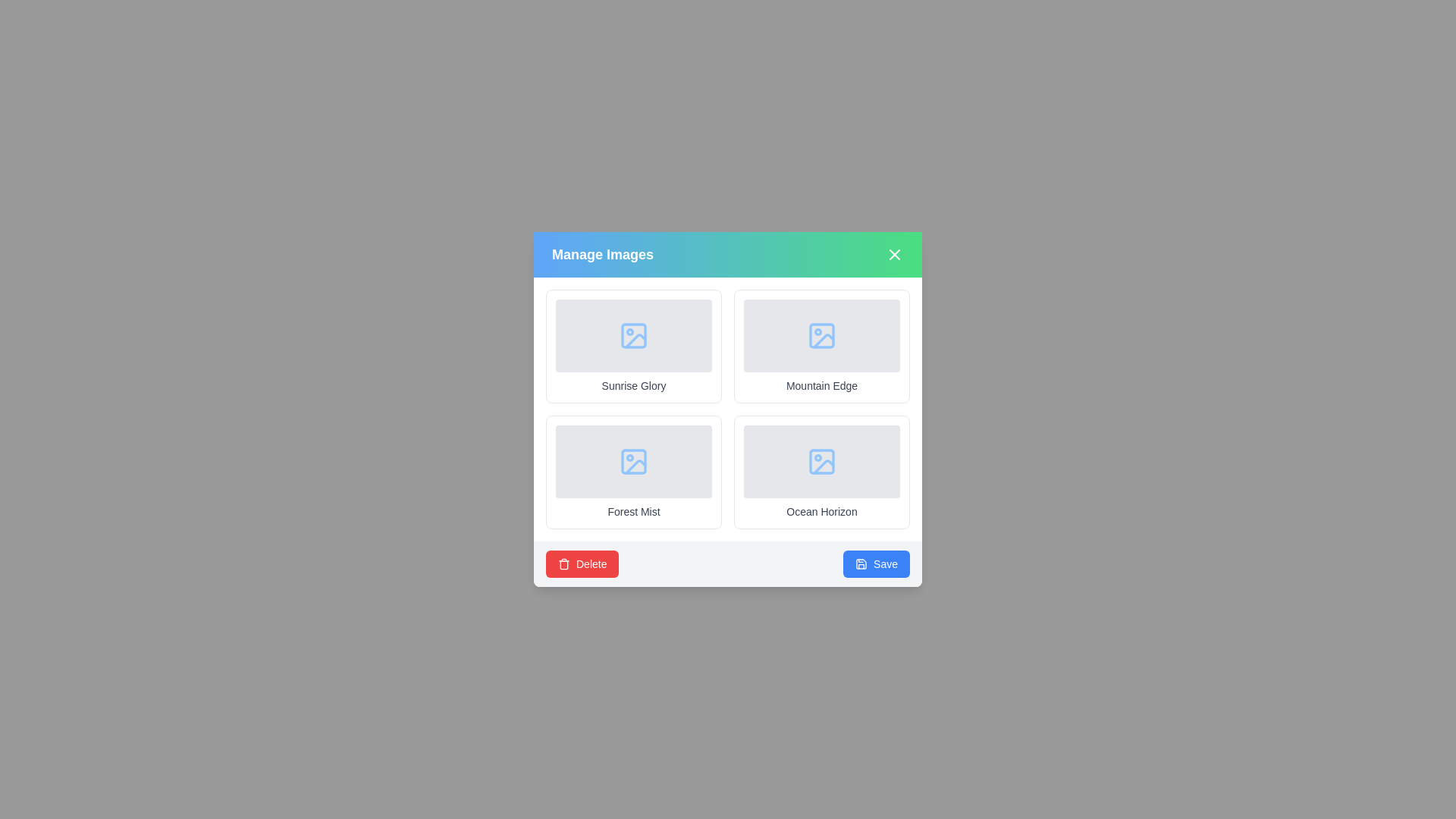 This screenshot has height=819, width=1456. Describe the element at coordinates (821, 335) in the screenshot. I see `the image icon located in the 'Mountain Edge' section of the 'Manage Images' dialog box, which is depicted with a light blue color scheme and a simple line drawing of a square with rounded corners and a triangular shape` at that location.